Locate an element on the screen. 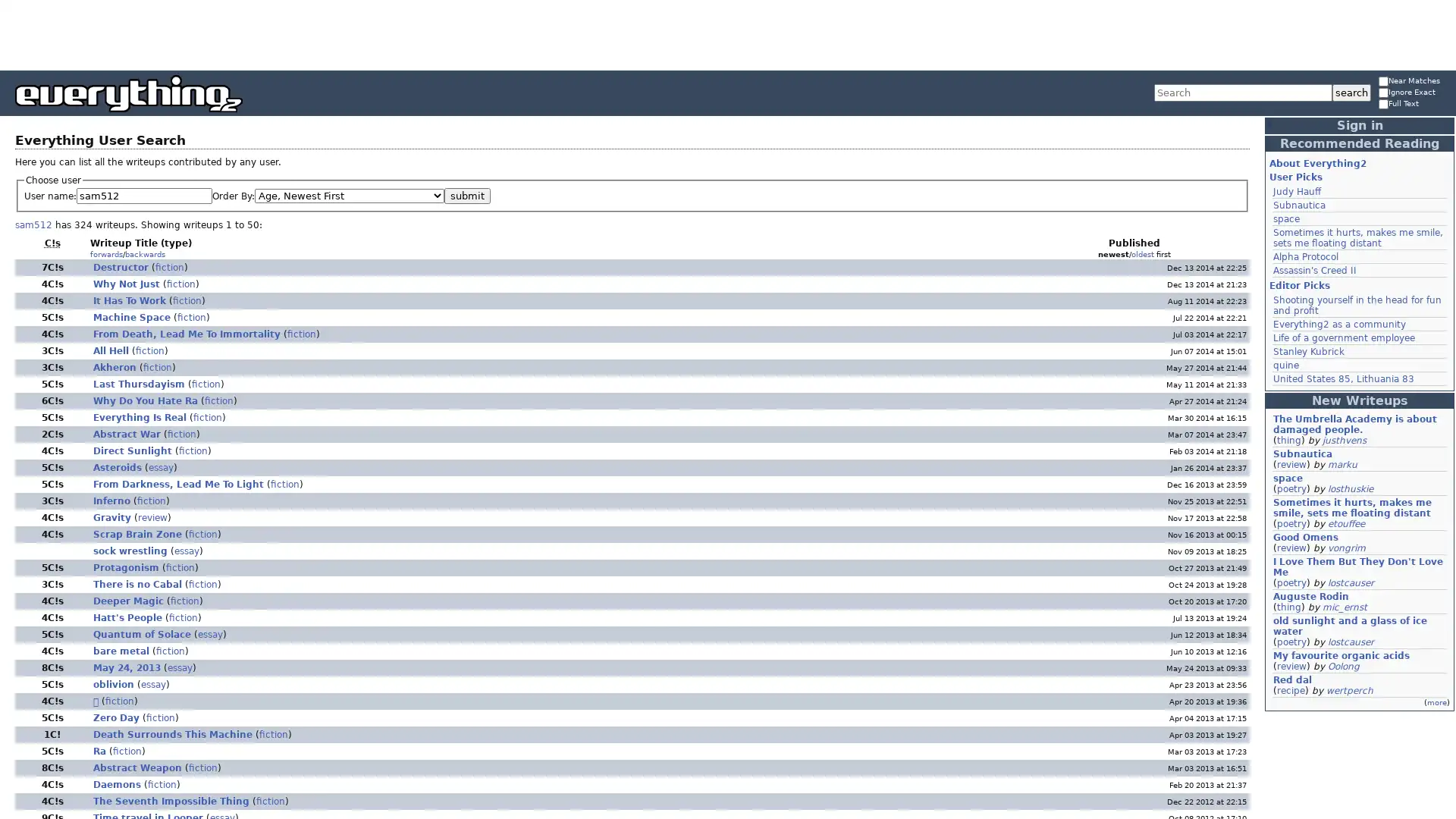 The height and width of the screenshot is (819, 1456). submit is located at coordinates (466, 195).